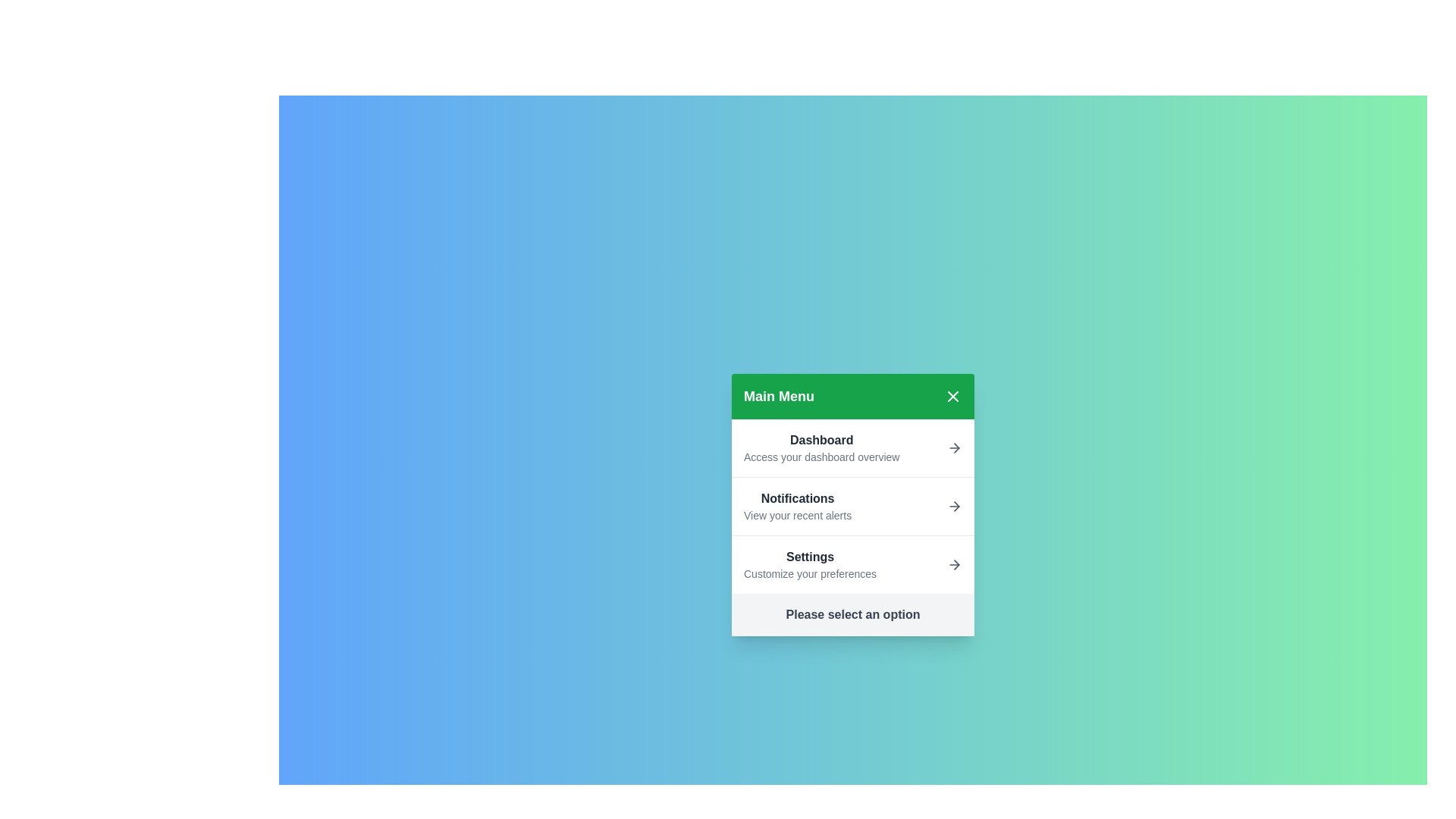 The width and height of the screenshot is (1456, 819). What do you see at coordinates (852, 506) in the screenshot?
I see `the menu item labeled Notifications` at bounding box center [852, 506].